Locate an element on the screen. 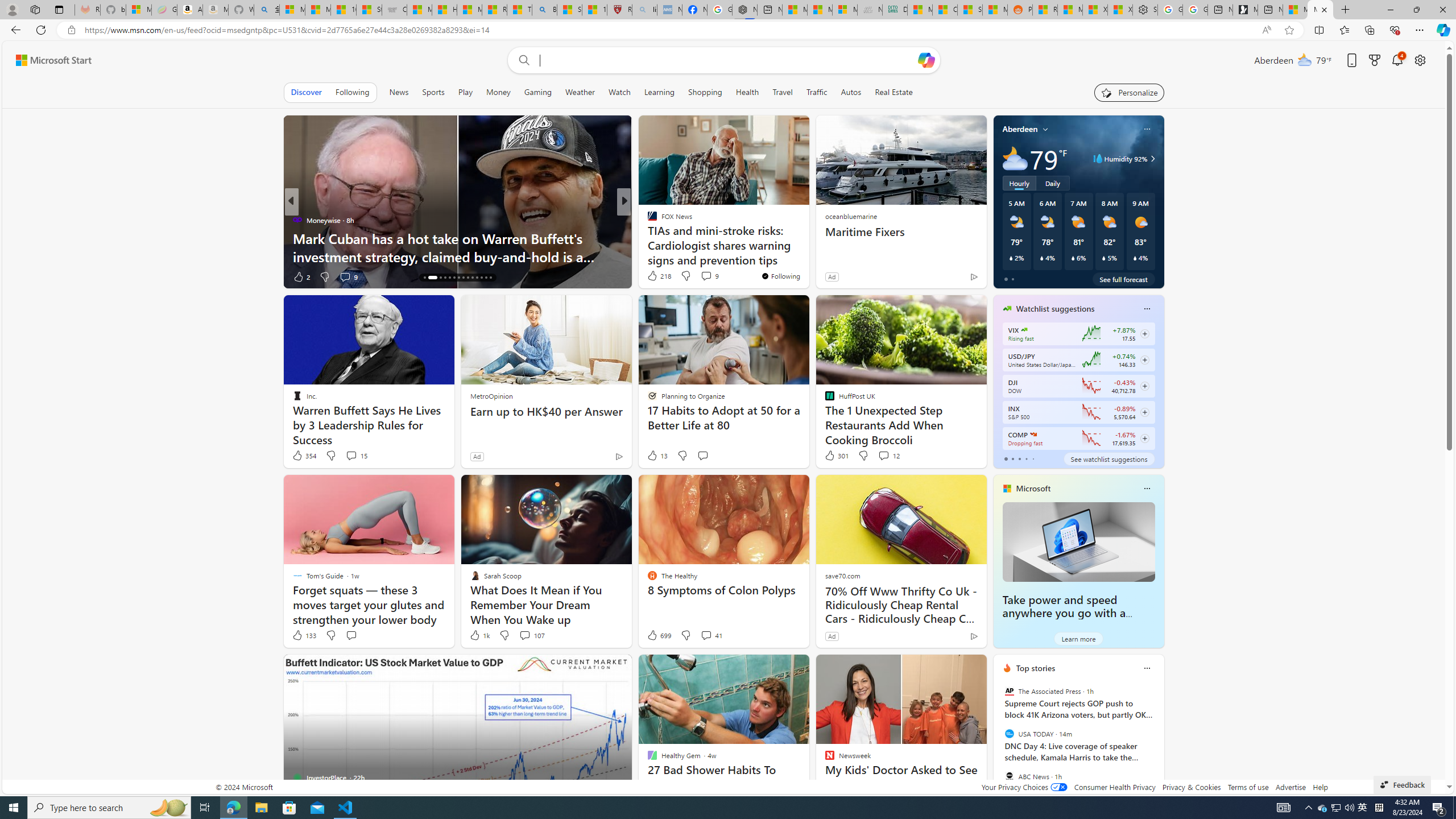 This screenshot has width=1456, height=819. '419 Like' is located at coordinates (655, 276).